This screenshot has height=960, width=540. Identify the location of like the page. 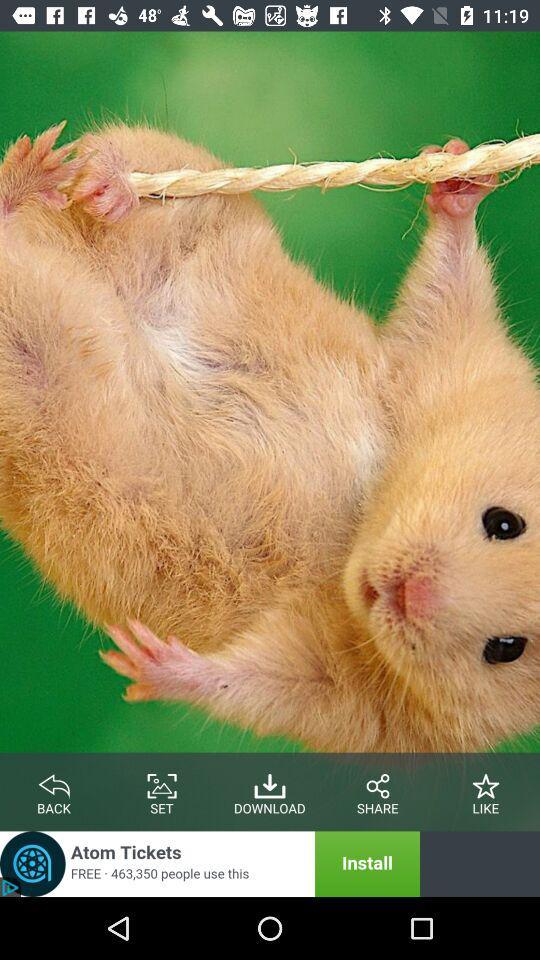
(485, 782).